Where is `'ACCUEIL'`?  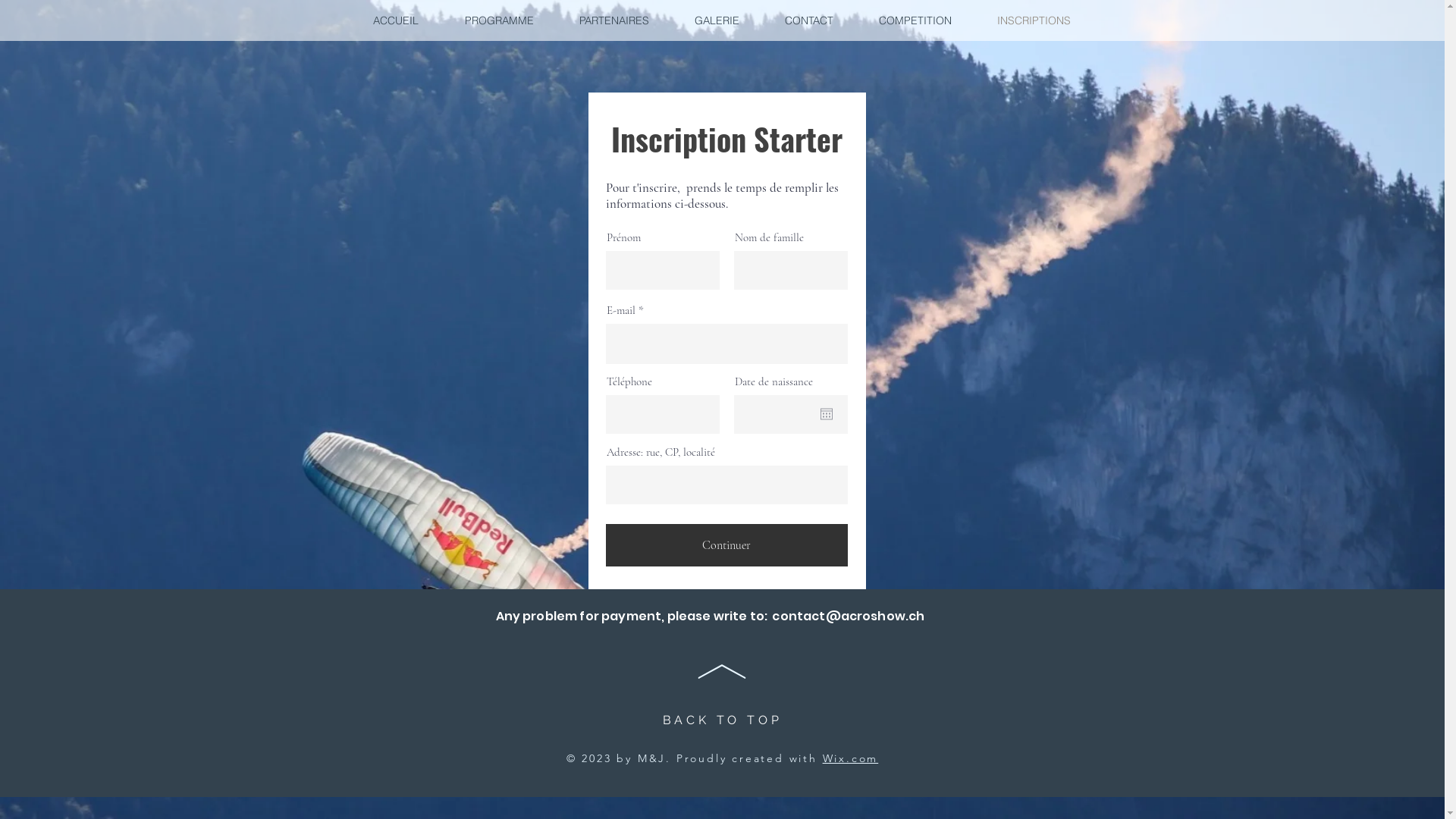
'ACCUEIL' is located at coordinates (396, 20).